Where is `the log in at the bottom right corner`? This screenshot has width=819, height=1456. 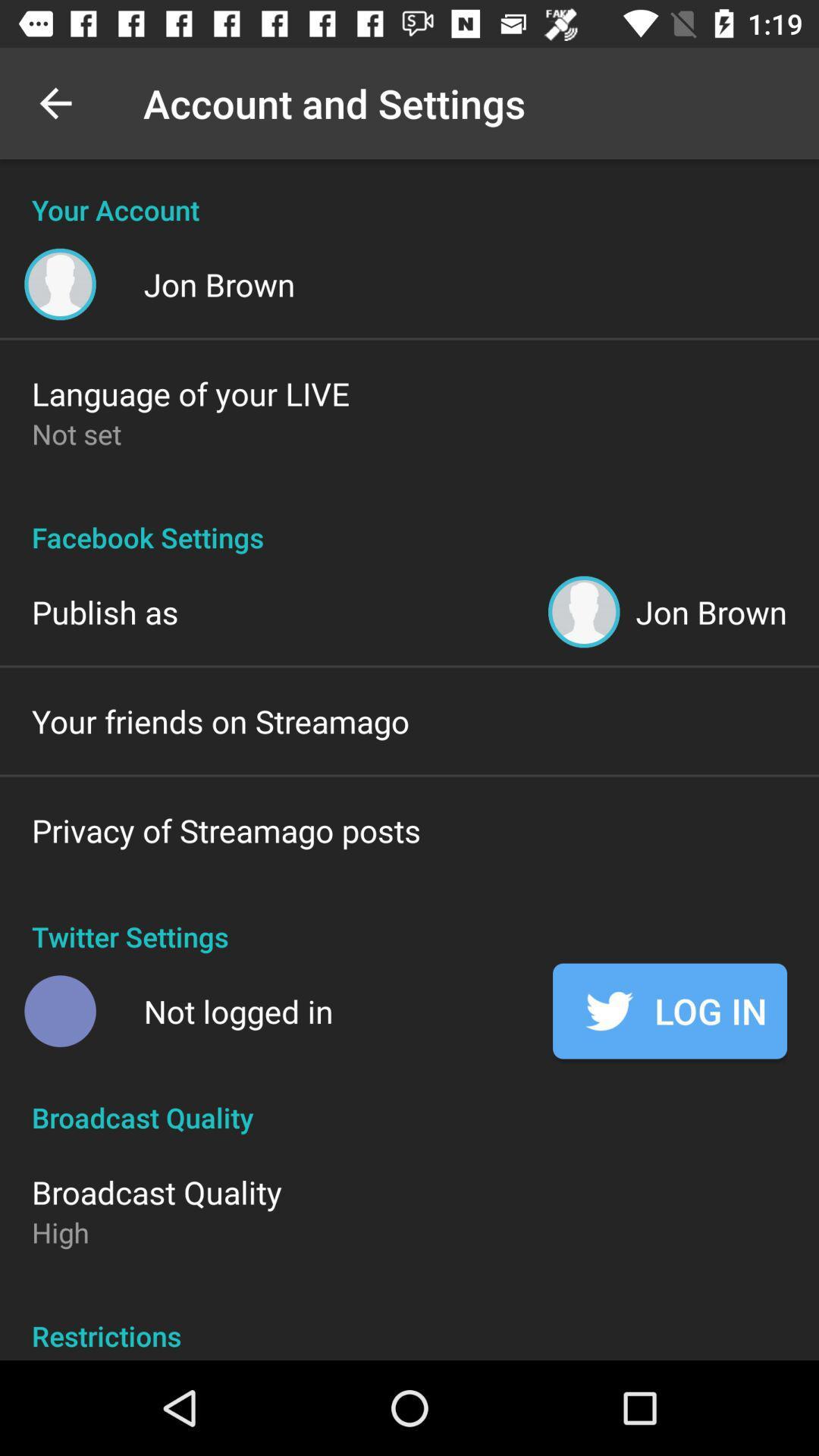
the log in at the bottom right corner is located at coordinates (669, 1011).